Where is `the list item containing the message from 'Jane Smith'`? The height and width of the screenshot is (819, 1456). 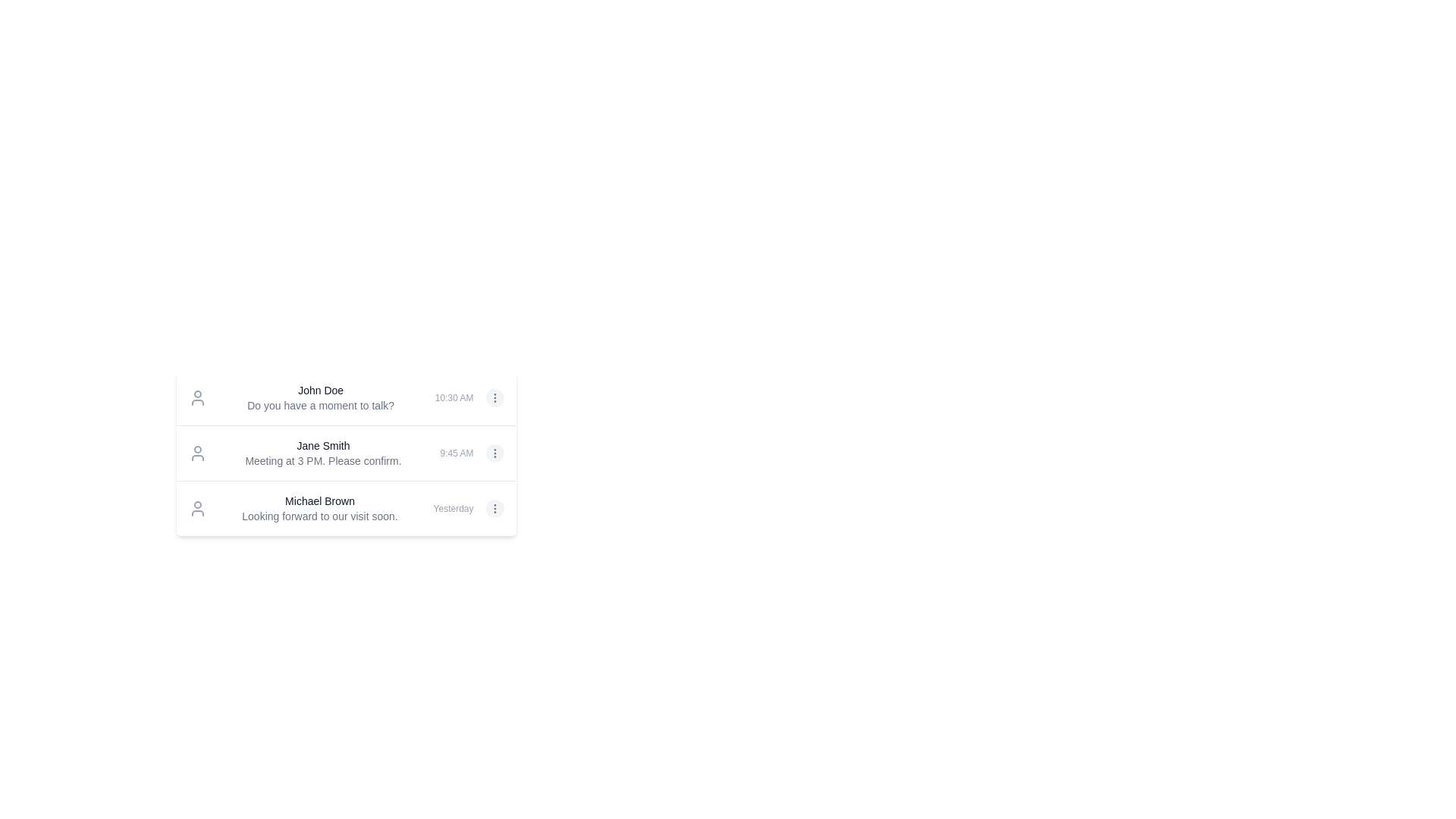
the list item containing the message from 'Jane Smith' is located at coordinates (345, 452).